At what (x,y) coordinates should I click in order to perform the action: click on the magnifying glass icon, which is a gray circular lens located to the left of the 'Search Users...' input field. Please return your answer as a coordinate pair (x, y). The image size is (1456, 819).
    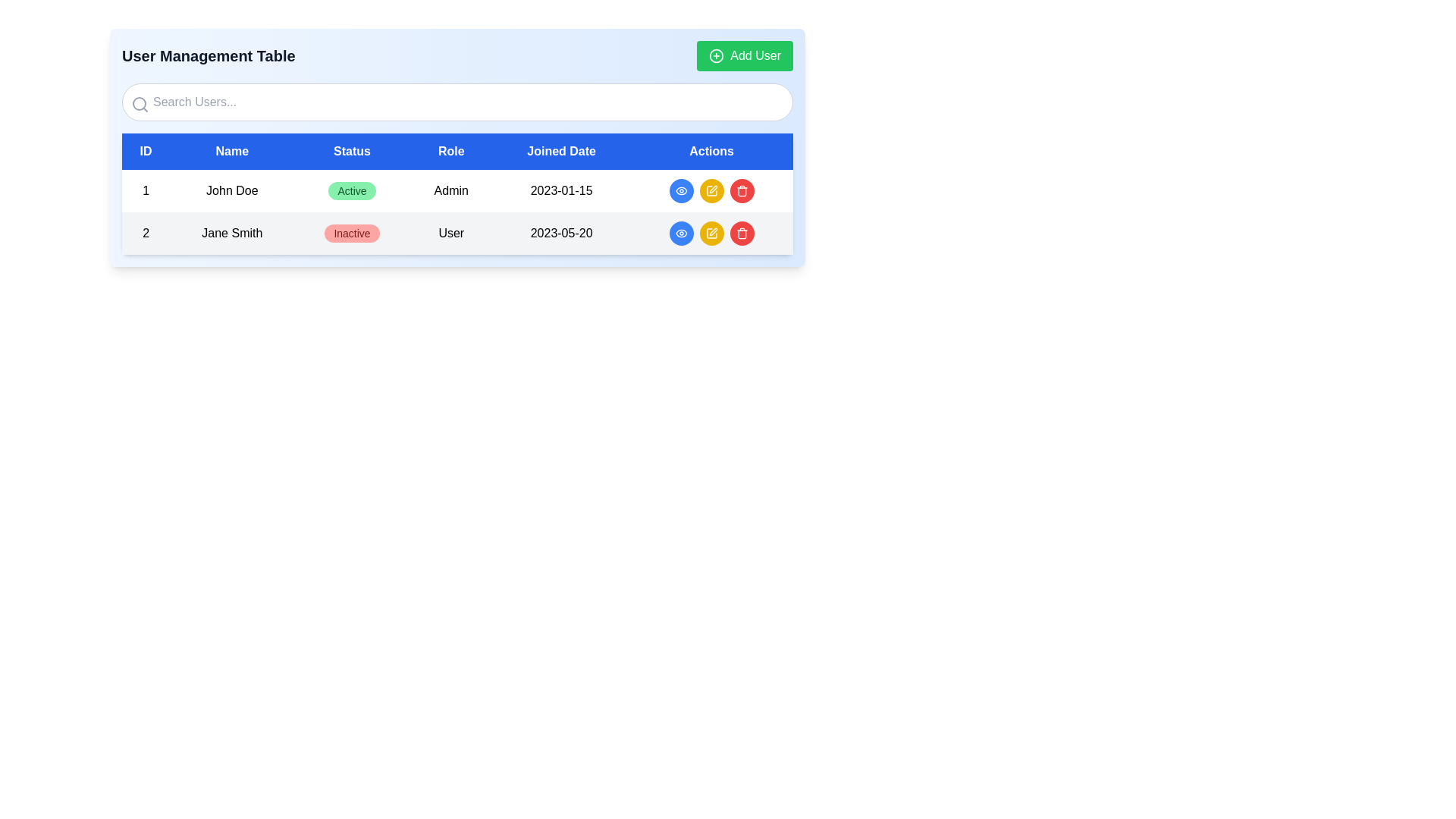
    Looking at the image, I should click on (140, 104).